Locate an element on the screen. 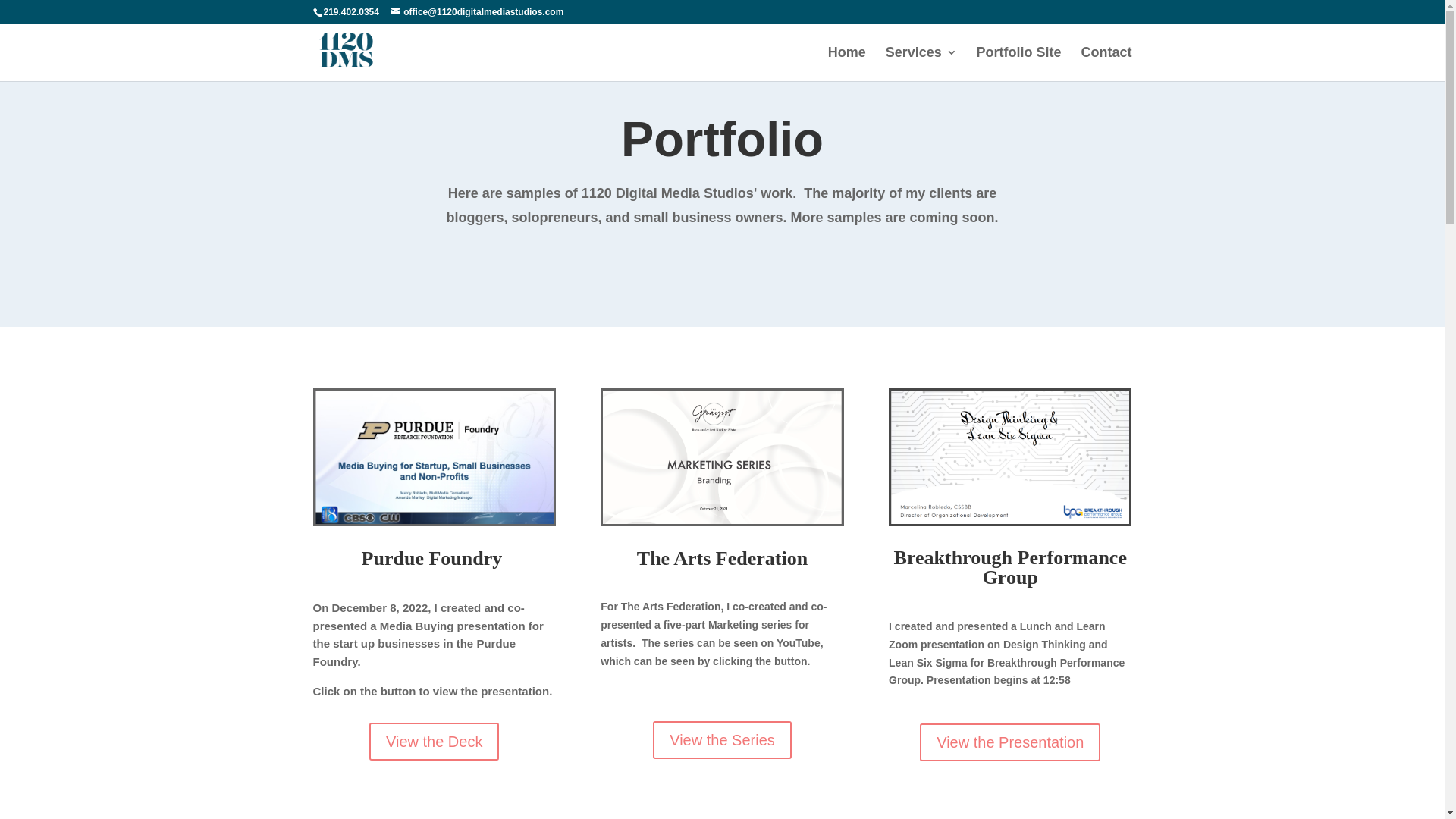 The height and width of the screenshot is (819, 1456). 'office@1120digitalmediastudios.com' is located at coordinates (476, 11).